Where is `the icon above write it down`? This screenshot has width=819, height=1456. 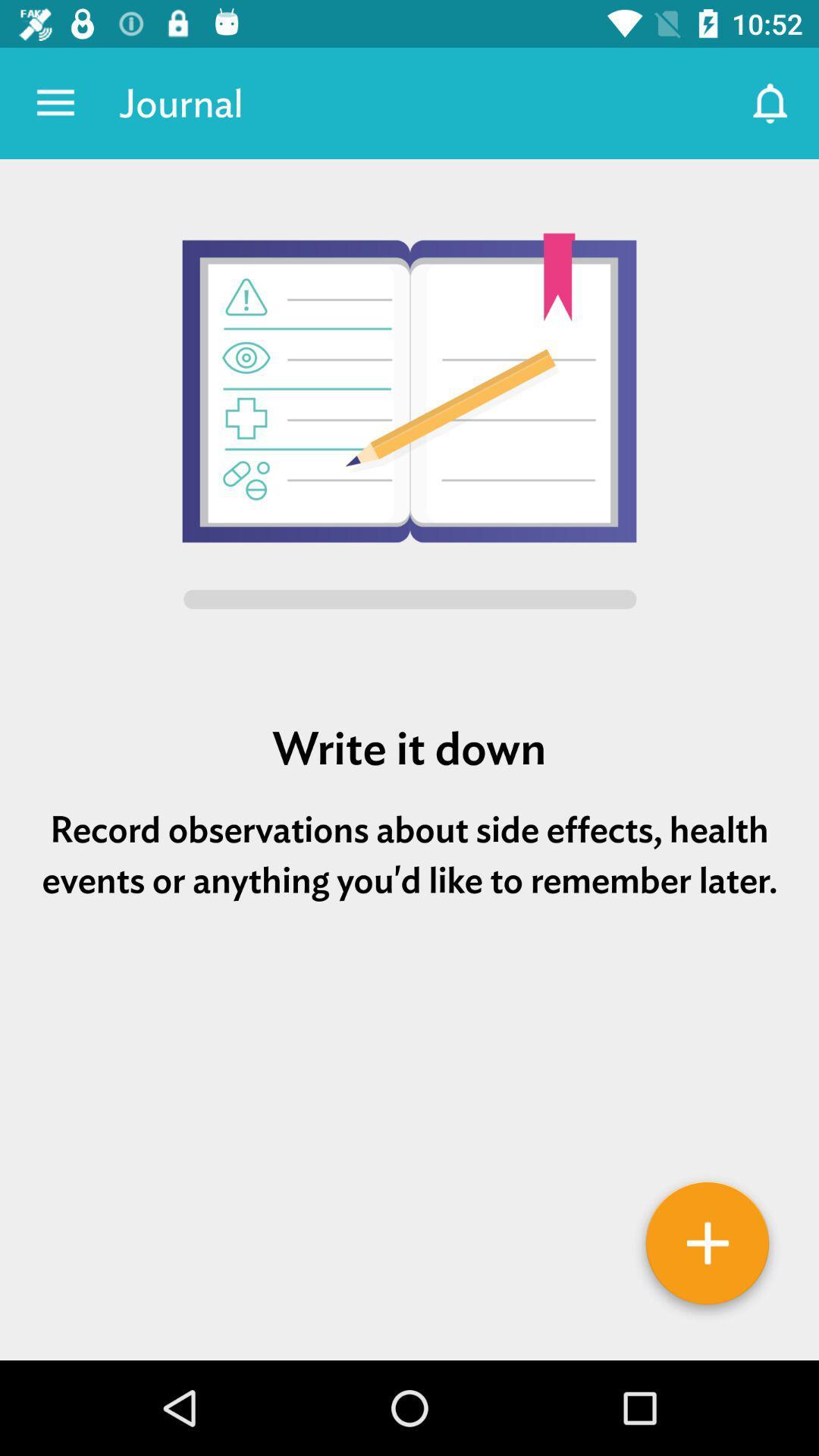 the icon above write it down is located at coordinates (409, 424).